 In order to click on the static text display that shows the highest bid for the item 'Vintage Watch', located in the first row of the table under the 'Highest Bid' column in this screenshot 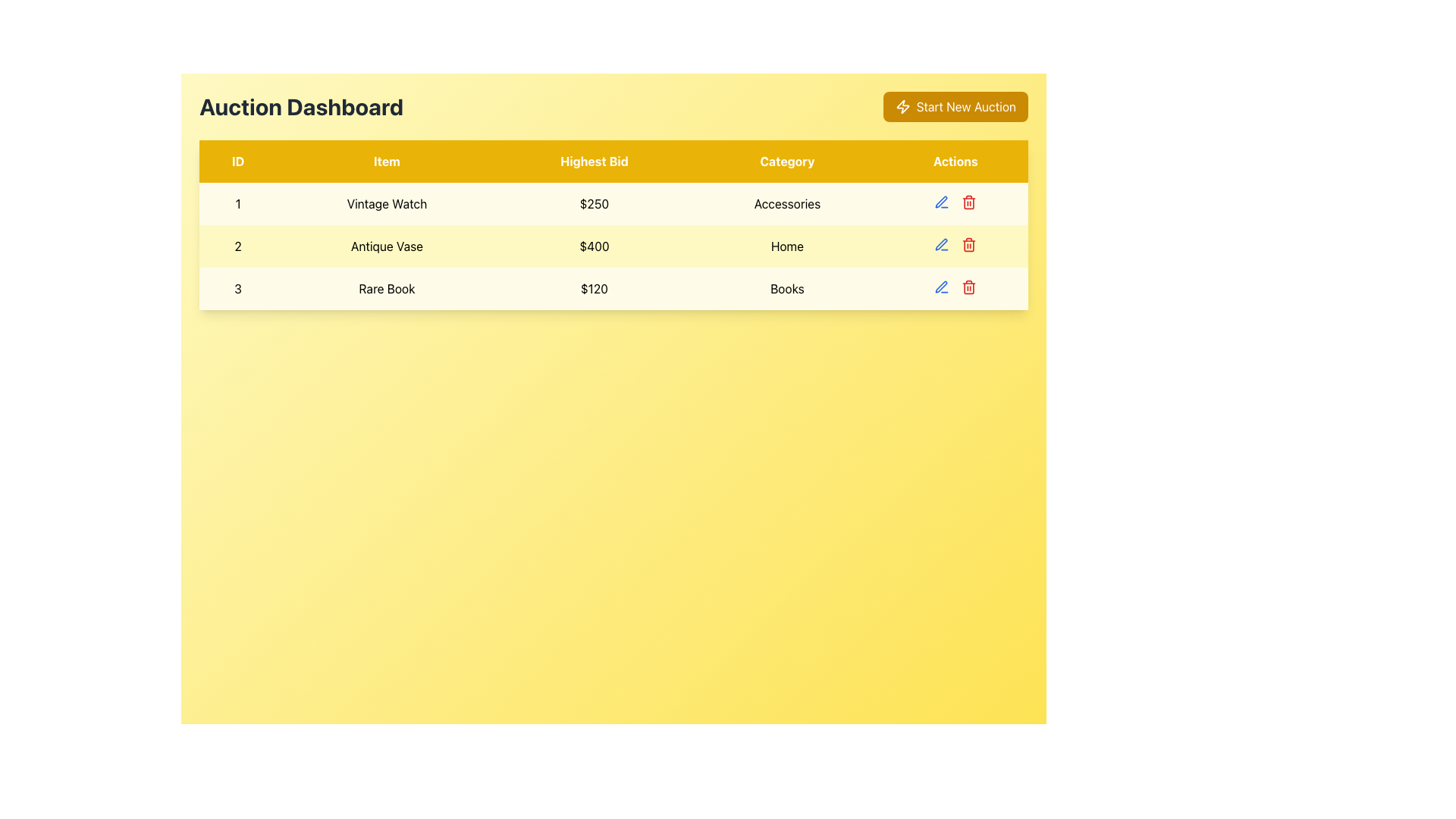, I will do `click(593, 203)`.